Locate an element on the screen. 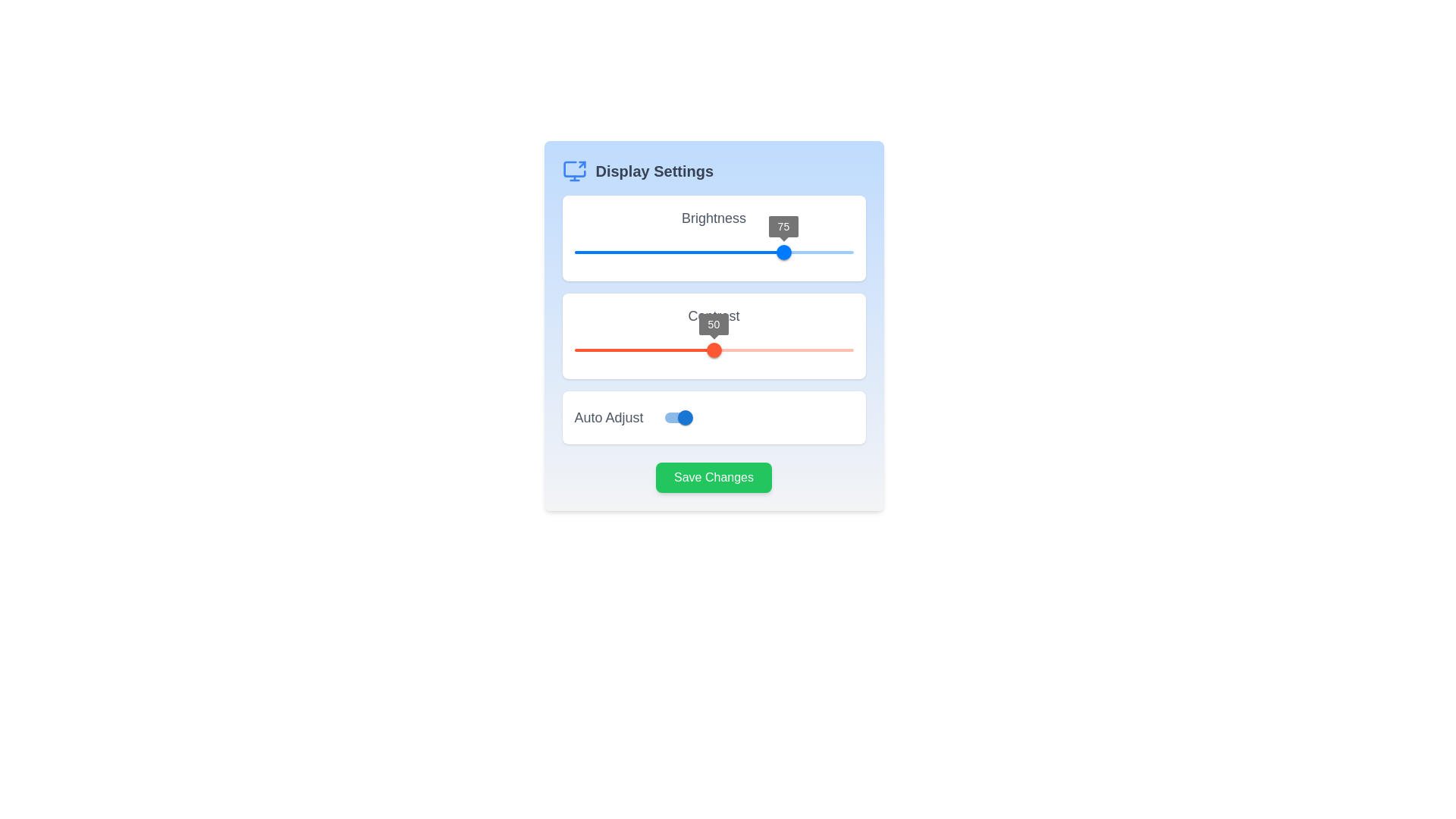  the slider knob associated with the 'Contrast' slider control is located at coordinates (713, 324).